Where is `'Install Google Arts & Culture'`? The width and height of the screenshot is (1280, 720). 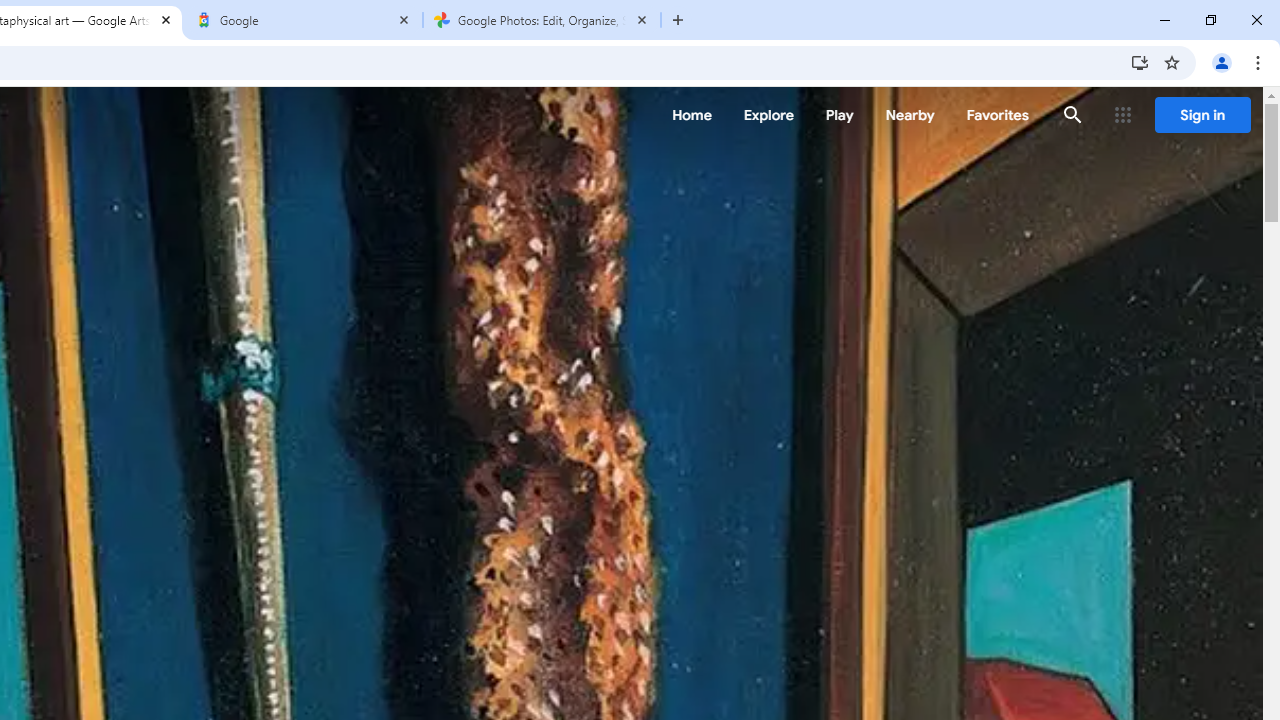 'Install Google Arts & Culture' is located at coordinates (1139, 61).